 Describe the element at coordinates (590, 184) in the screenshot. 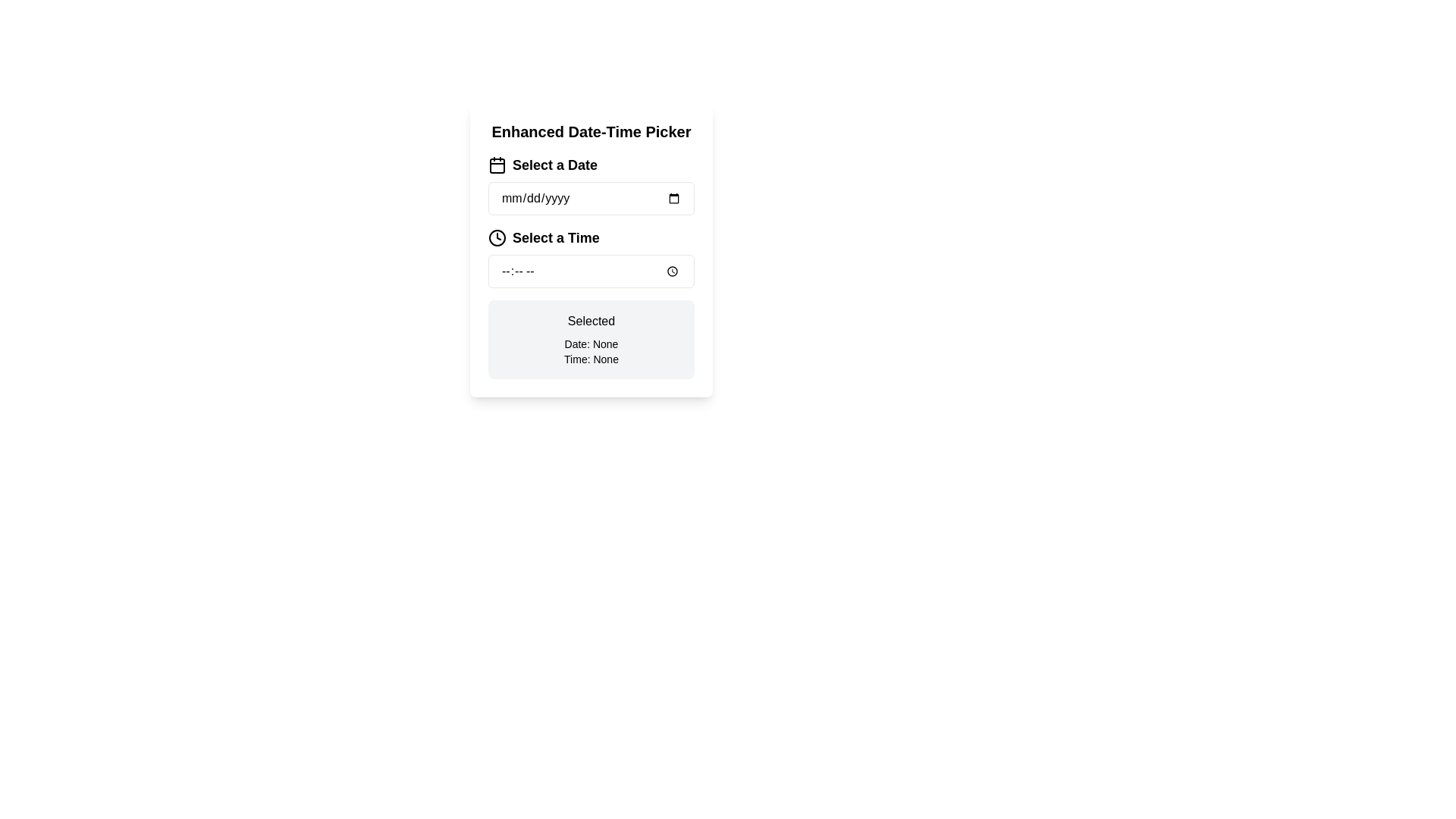

I see `a date from the calendar by clicking on the Date input field located below the 'Select a Date' label in the 'Enhanced Date-Time Picker' card` at that location.